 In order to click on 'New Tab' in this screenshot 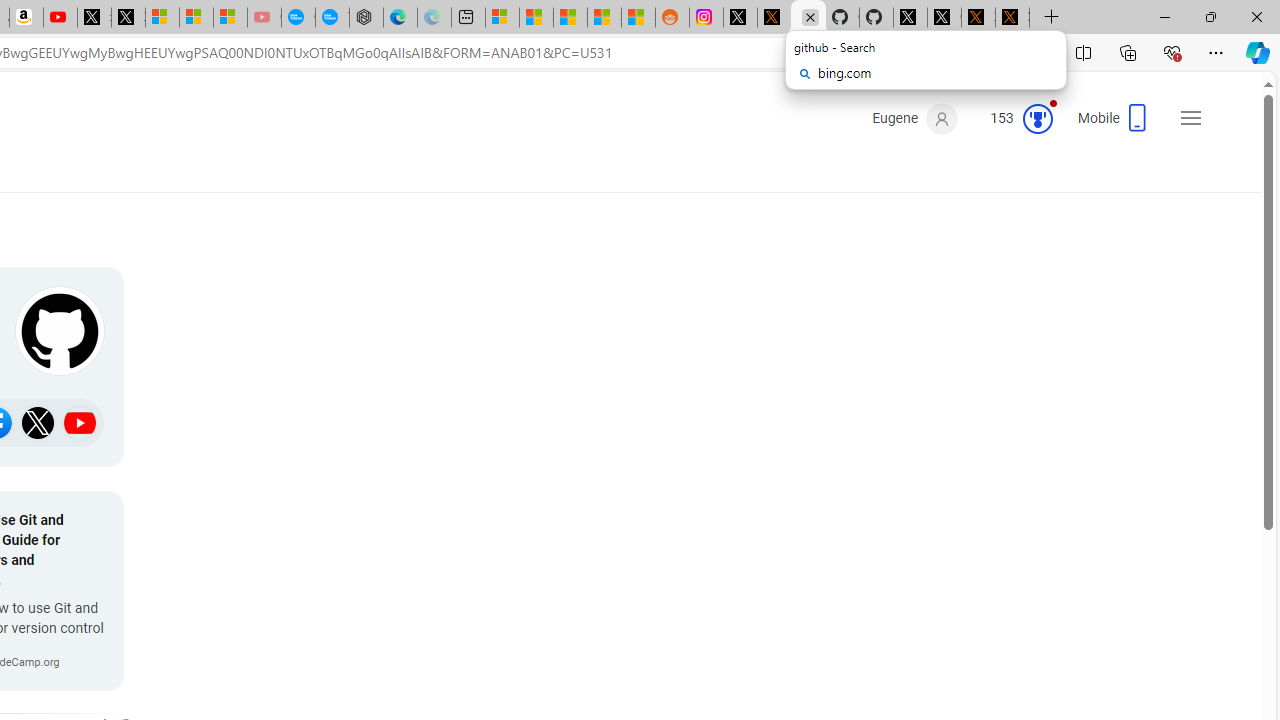, I will do `click(1051, 17)`.